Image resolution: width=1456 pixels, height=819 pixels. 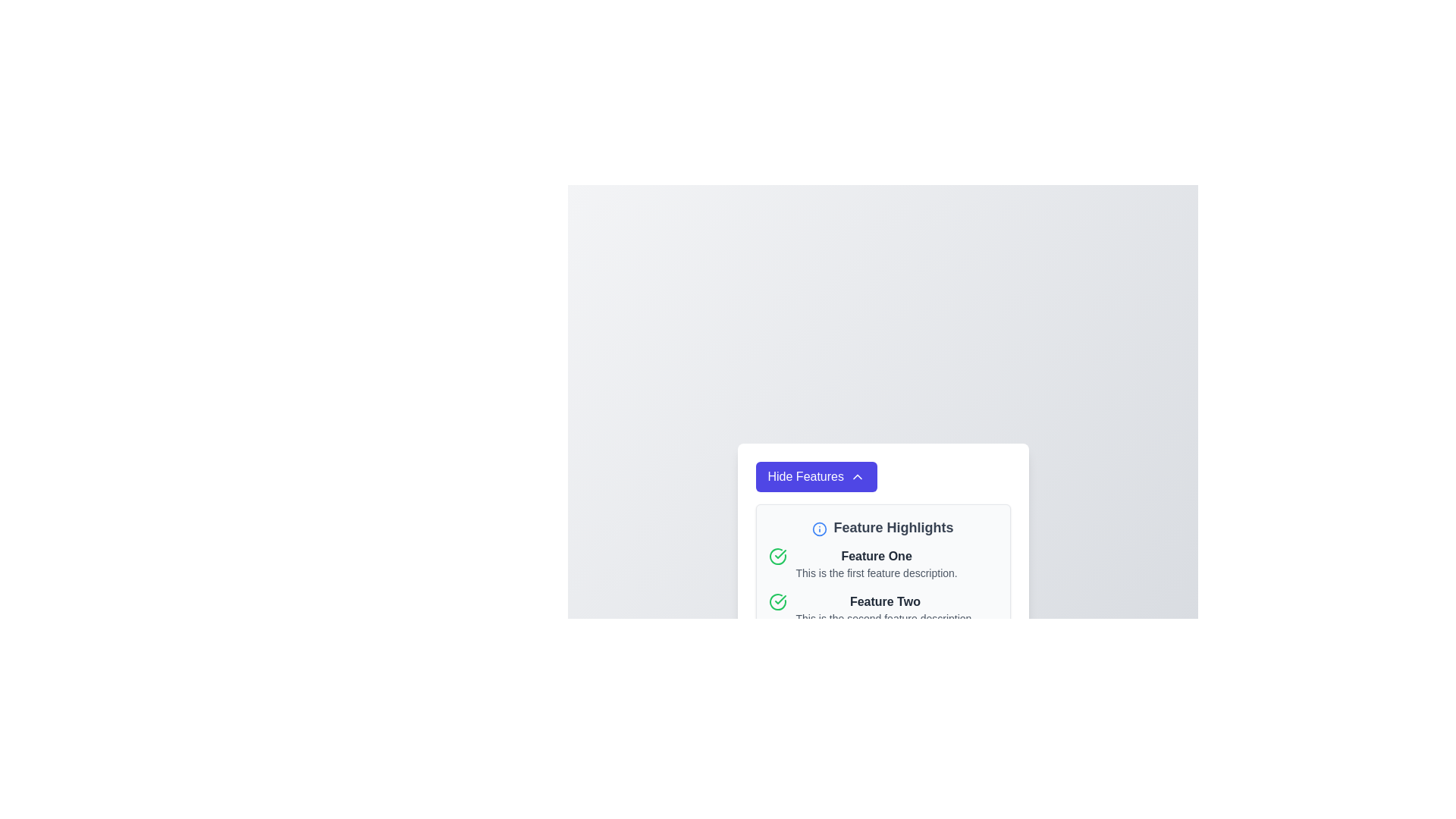 What do you see at coordinates (780, 554) in the screenshot?
I see `the green checkmark icon within a circular boundary, positioned next to the text 'Feature Two' in the feature list` at bounding box center [780, 554].